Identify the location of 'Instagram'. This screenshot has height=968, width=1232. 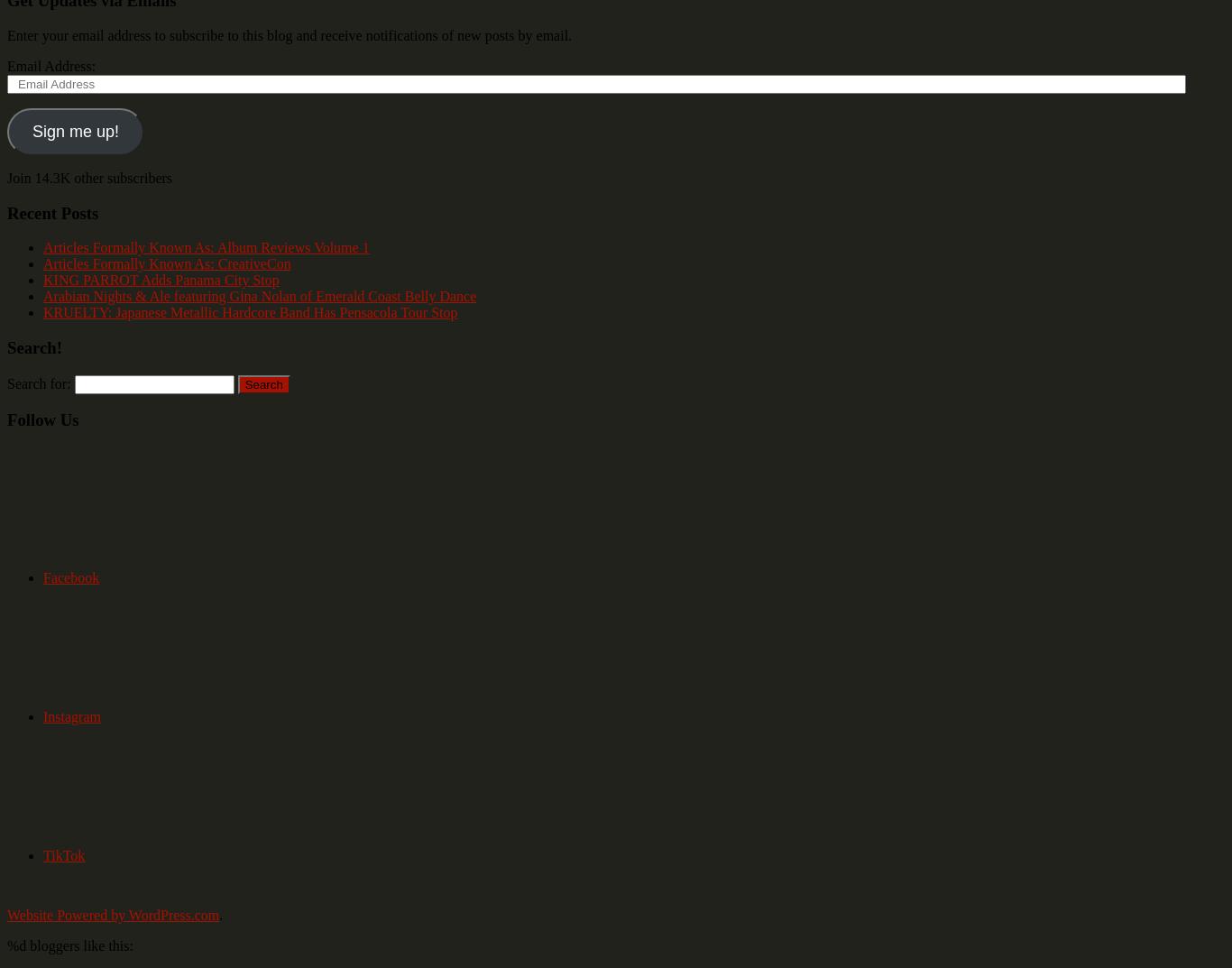
(71, 716).